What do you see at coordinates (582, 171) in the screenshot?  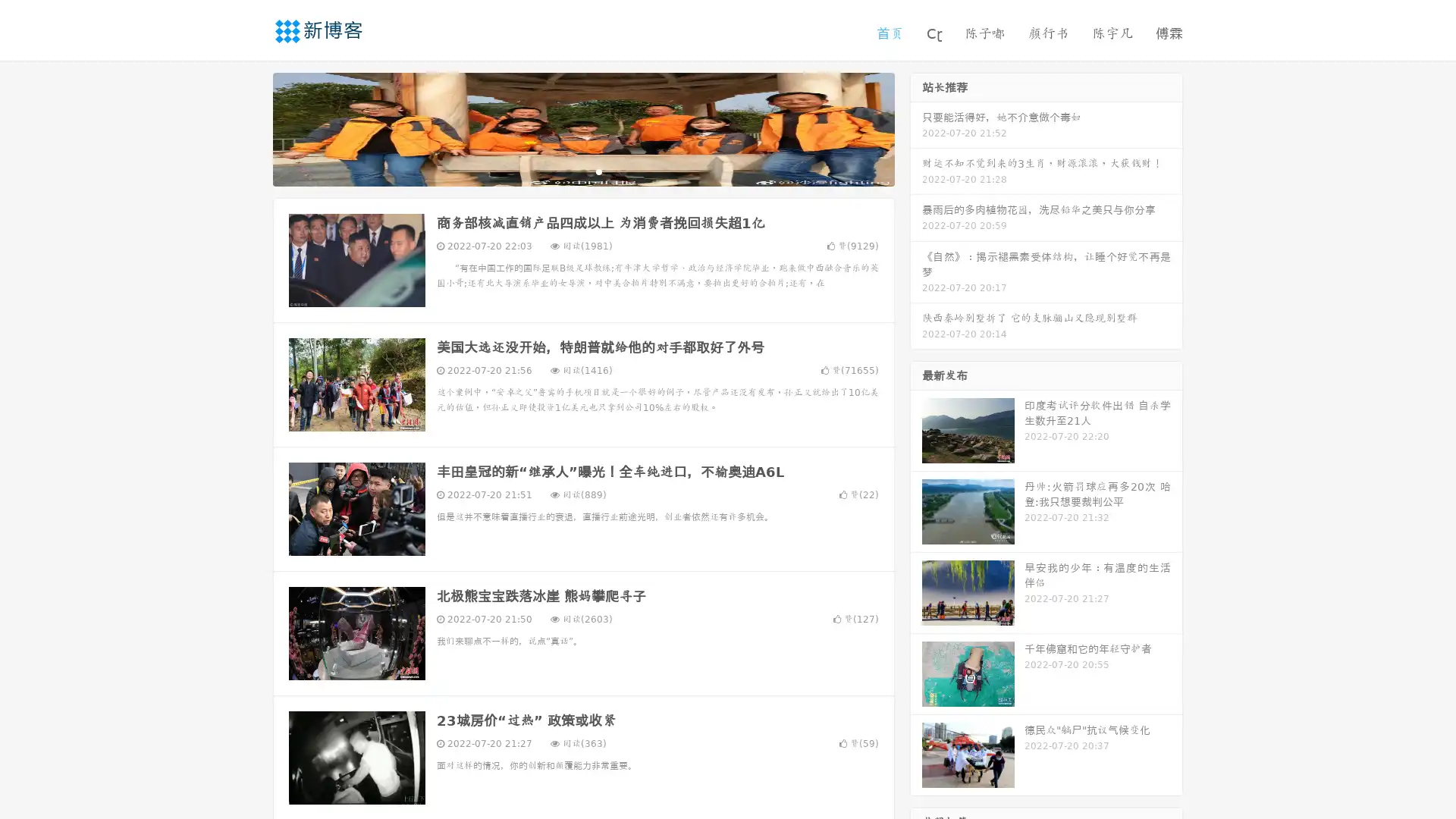 I see `Go to slide 2` at bounding box center [582, 171].